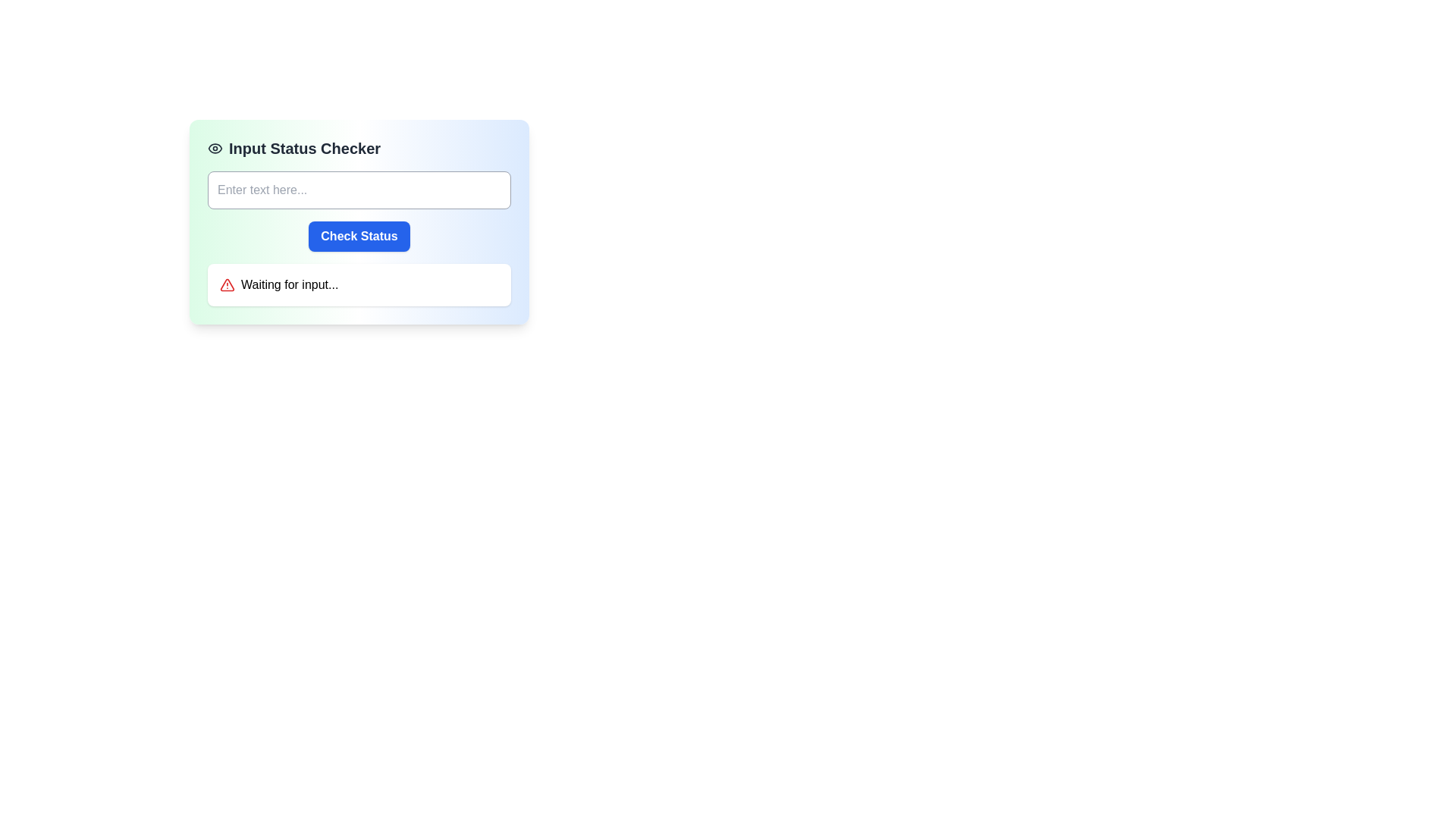  Describe the element at coordinates (359, 222) in the screenshot. I see `the button on the Panel with interactive and informational components` at that location.